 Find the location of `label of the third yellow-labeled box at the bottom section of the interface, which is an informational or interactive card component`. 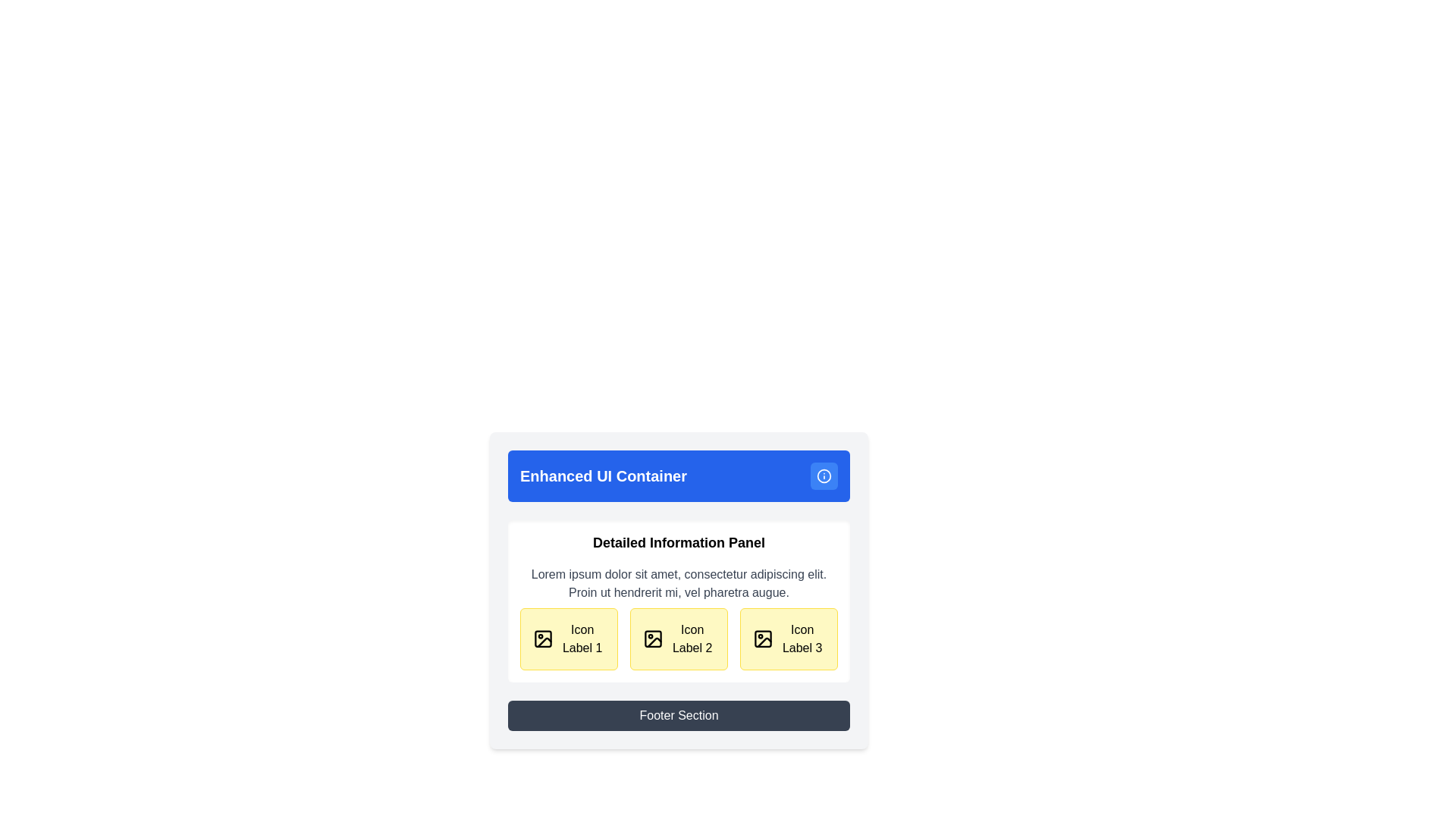

label of the third yellow-labeled box at the bottom section of the interface, which is an informational or interactive card component is located at coordinates (789, 639).